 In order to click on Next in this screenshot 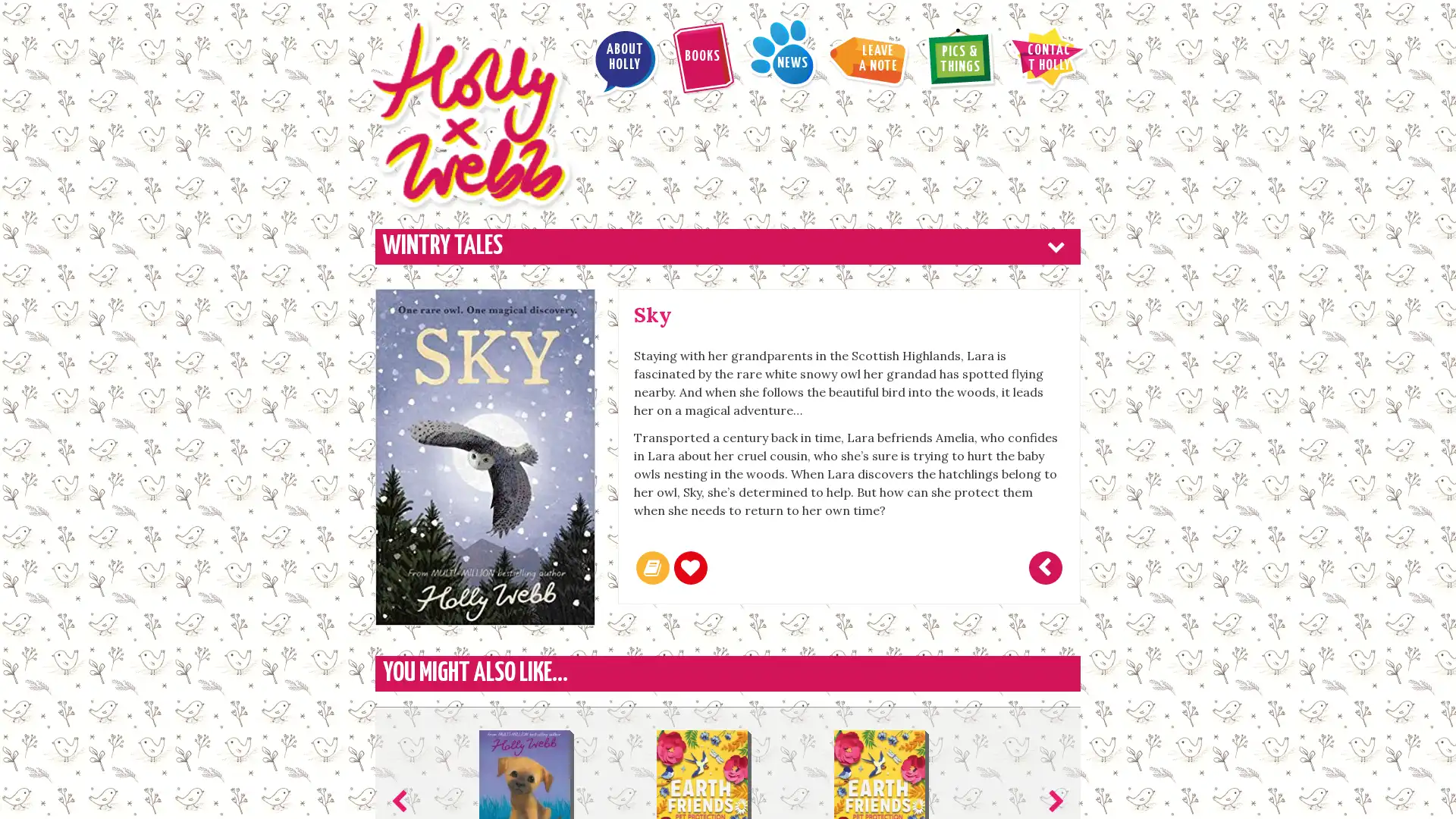, I will do `click(1052, 687)`.